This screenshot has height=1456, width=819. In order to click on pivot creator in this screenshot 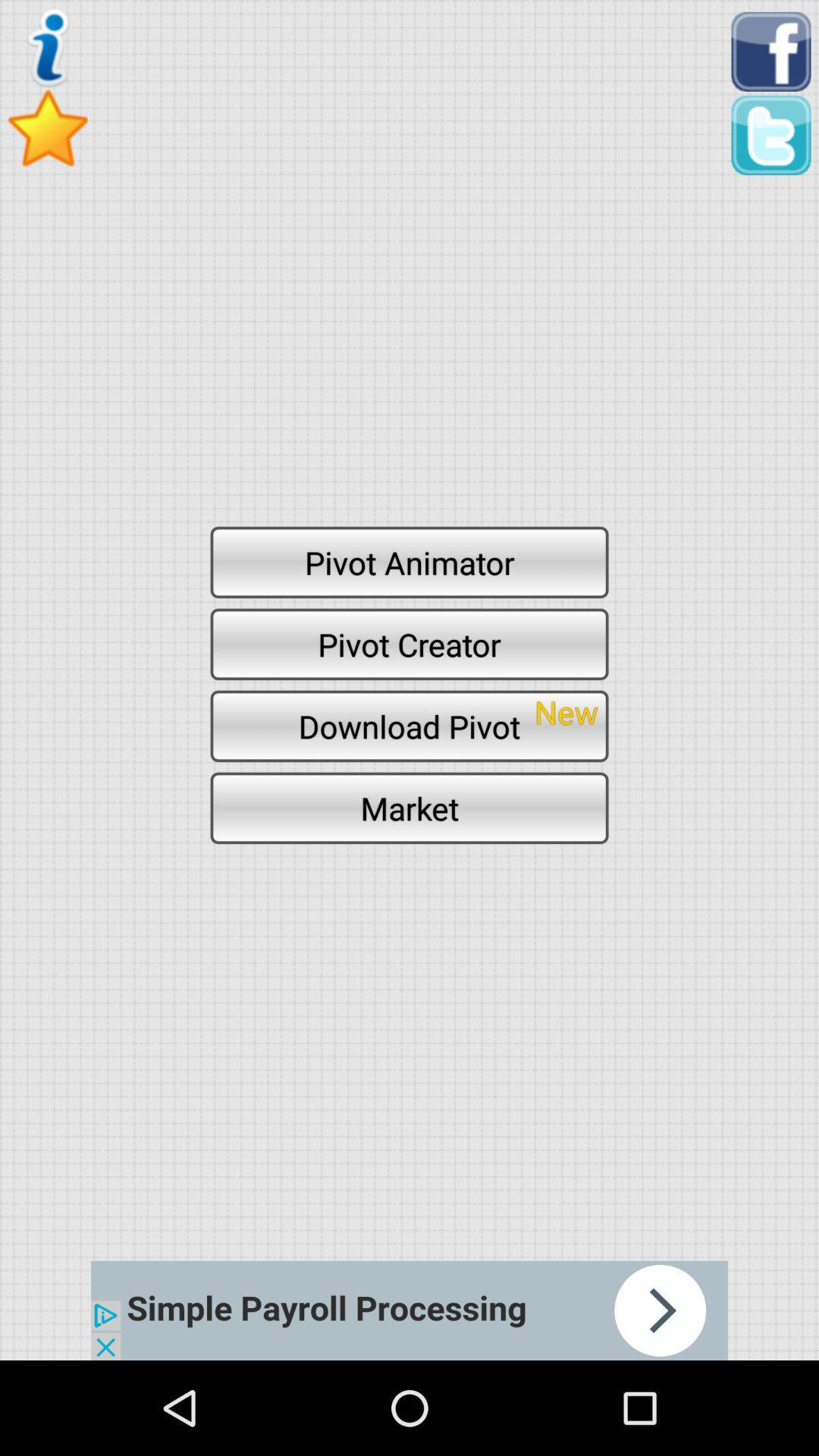, I will do `click(409, 644)`.